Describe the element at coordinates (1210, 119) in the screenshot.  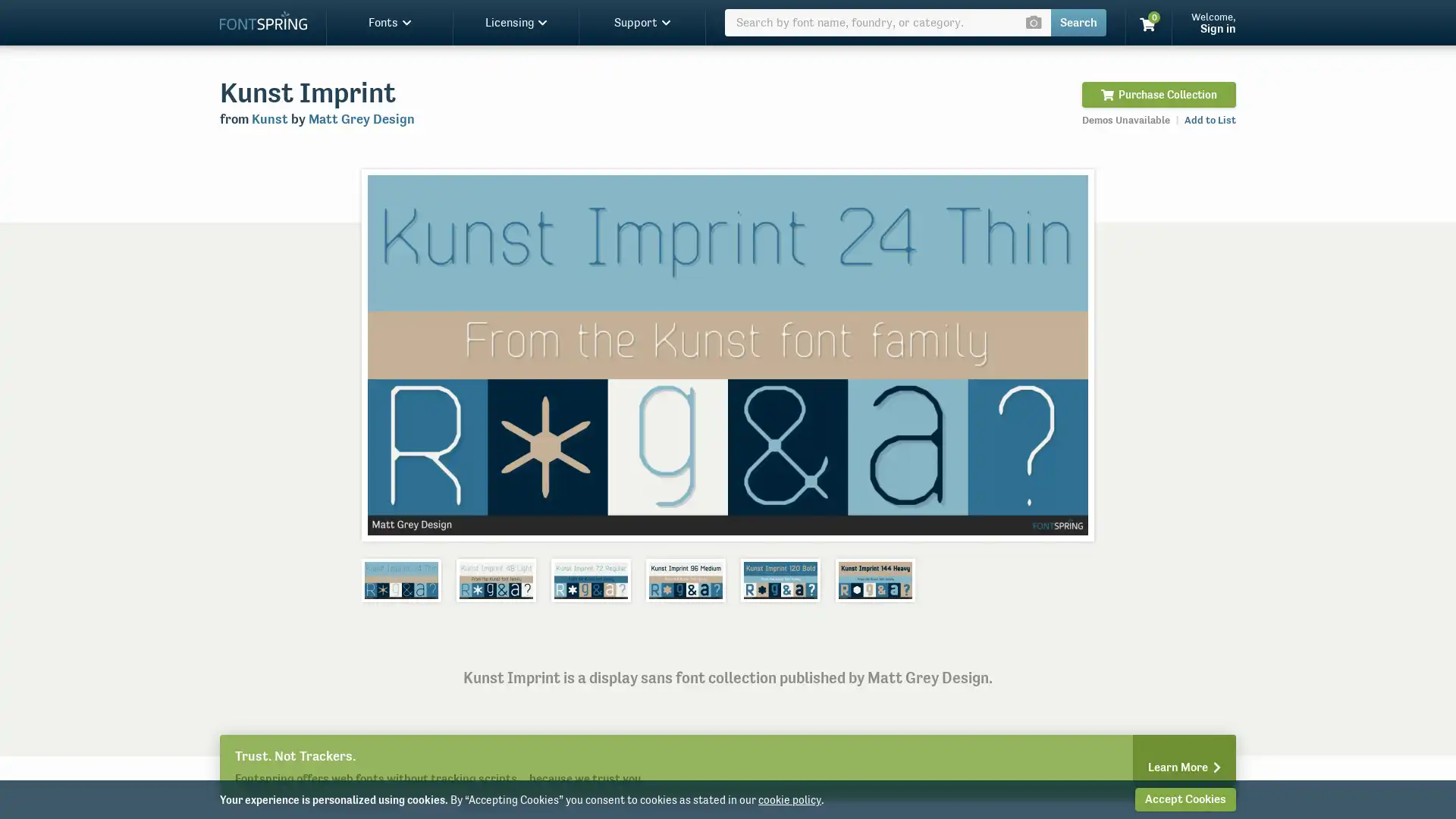
I see `Add to List` at that location.